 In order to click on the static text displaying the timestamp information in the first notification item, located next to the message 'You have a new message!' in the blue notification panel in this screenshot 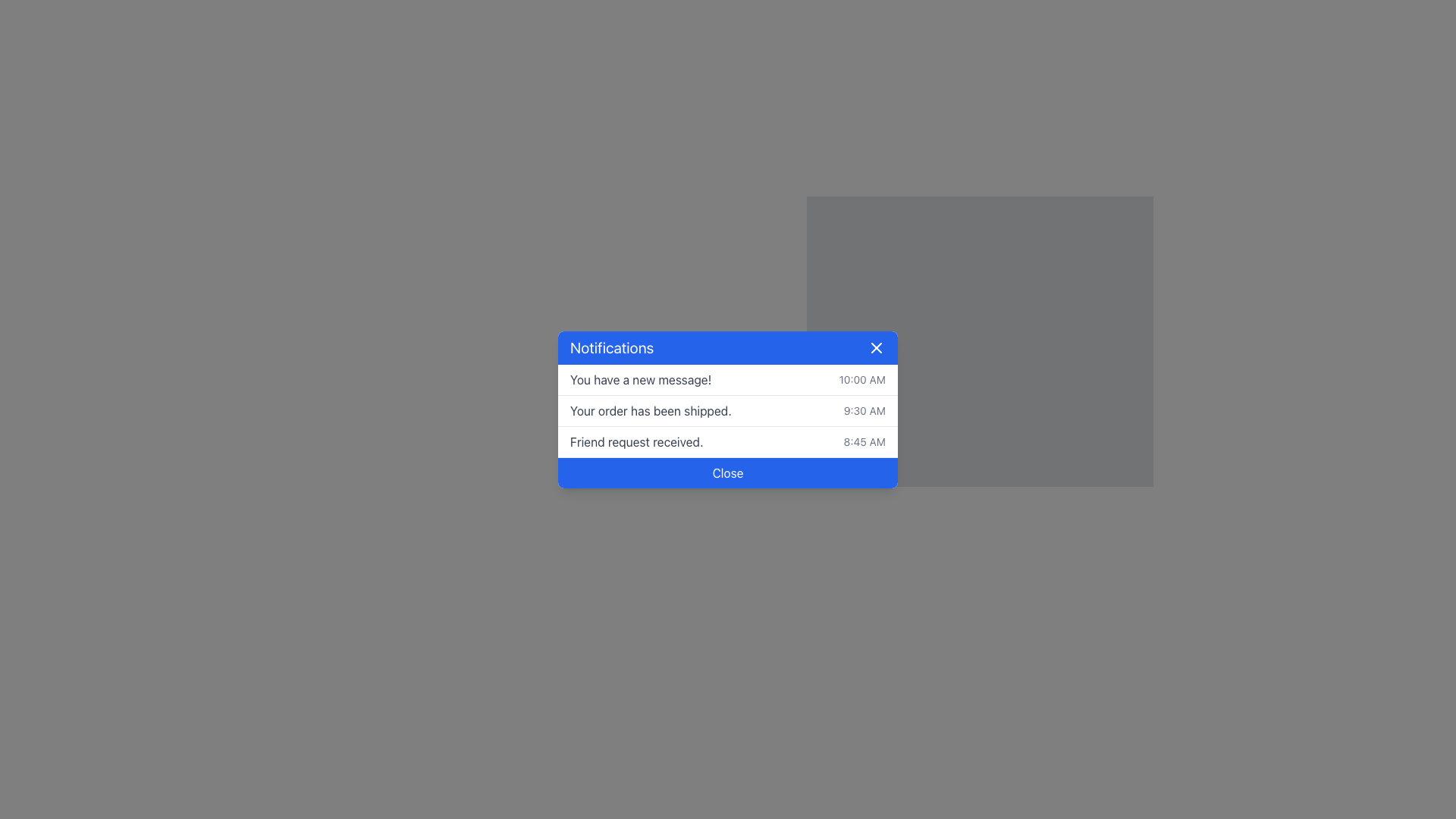, I will do `click(862, 378)`.